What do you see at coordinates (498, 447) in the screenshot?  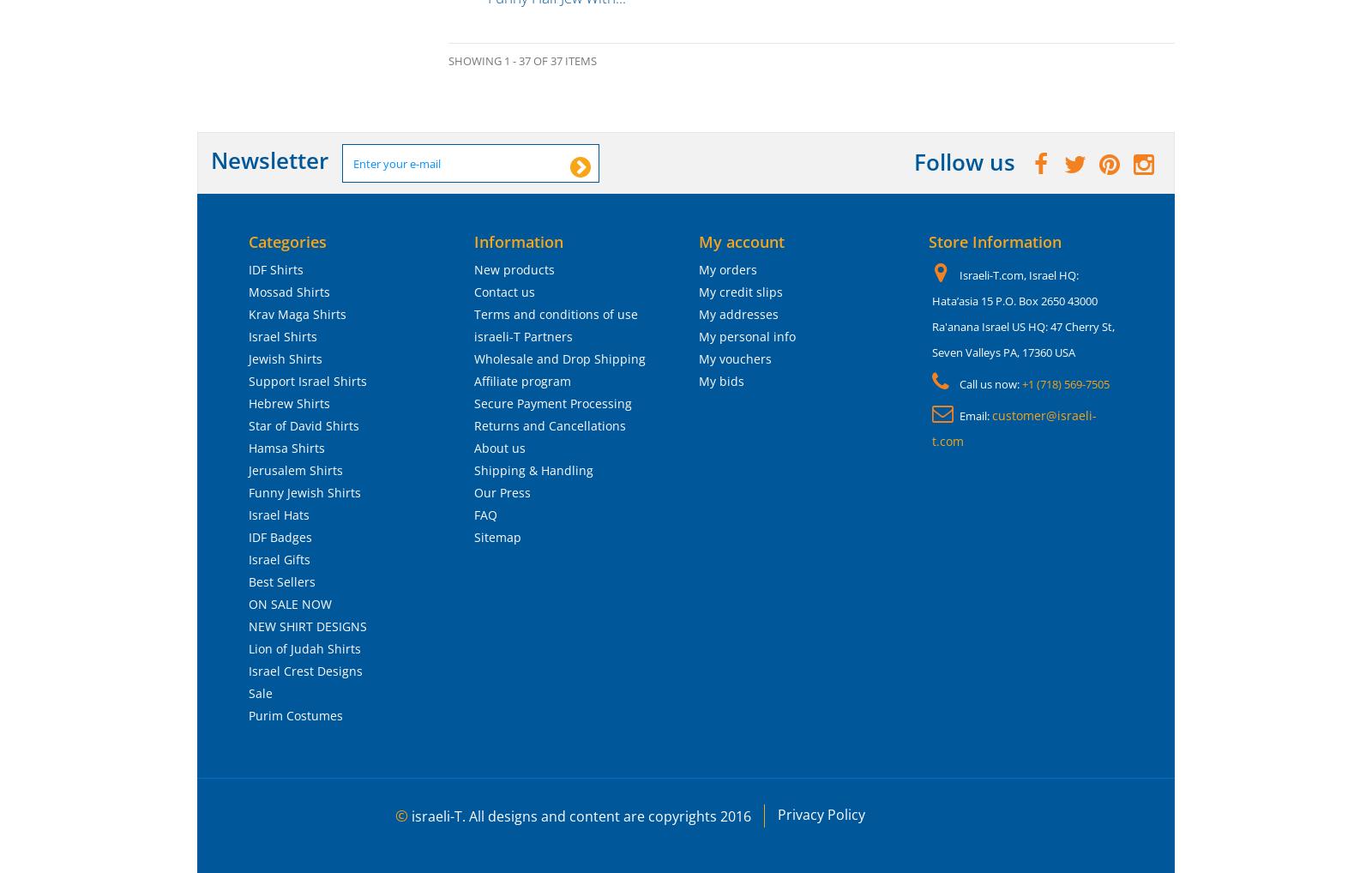 I see `'About us'` at bounding box center [498, 447].